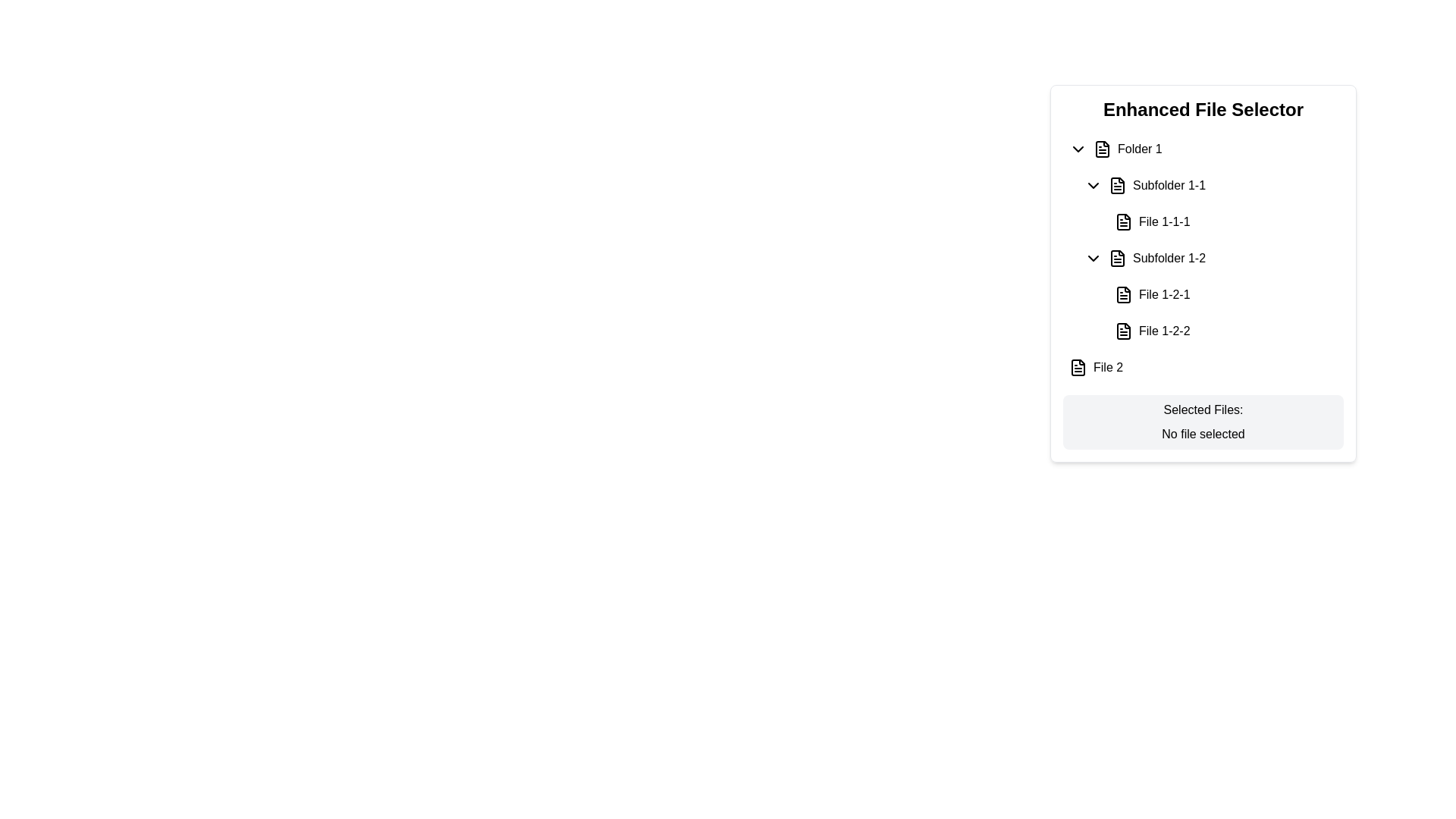 This screenshot has height=819, width=1456. What do you see at coordinates (1210, 257) in the screenshot?
I see `the selectable list item labeled 'Subfolder 1-2' in the Enhanced File Selector` at bounding box center [1210, 257].